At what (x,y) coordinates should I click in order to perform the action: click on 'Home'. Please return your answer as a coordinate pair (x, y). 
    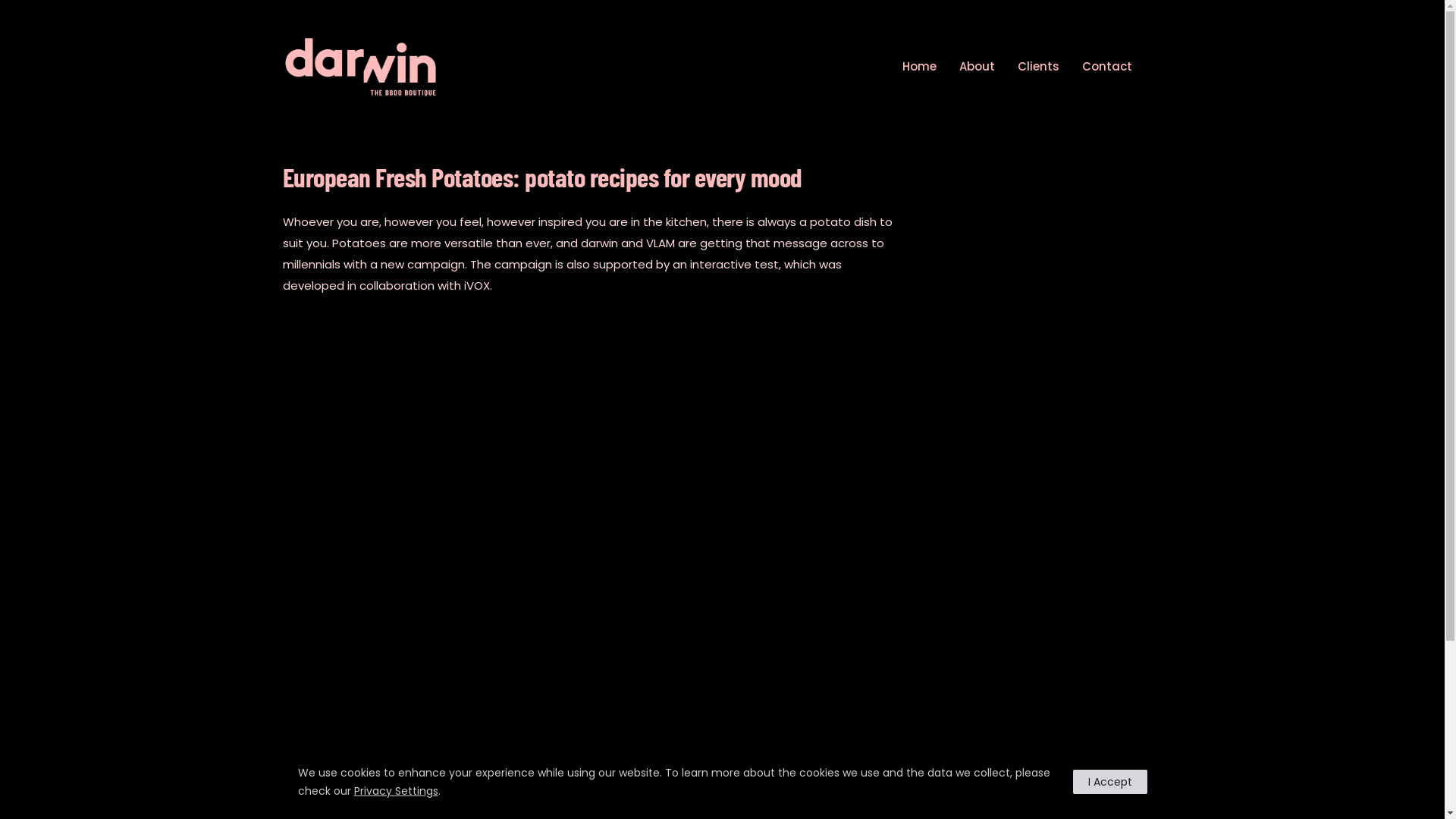
    Looking at the image, I should click on (895, 65).